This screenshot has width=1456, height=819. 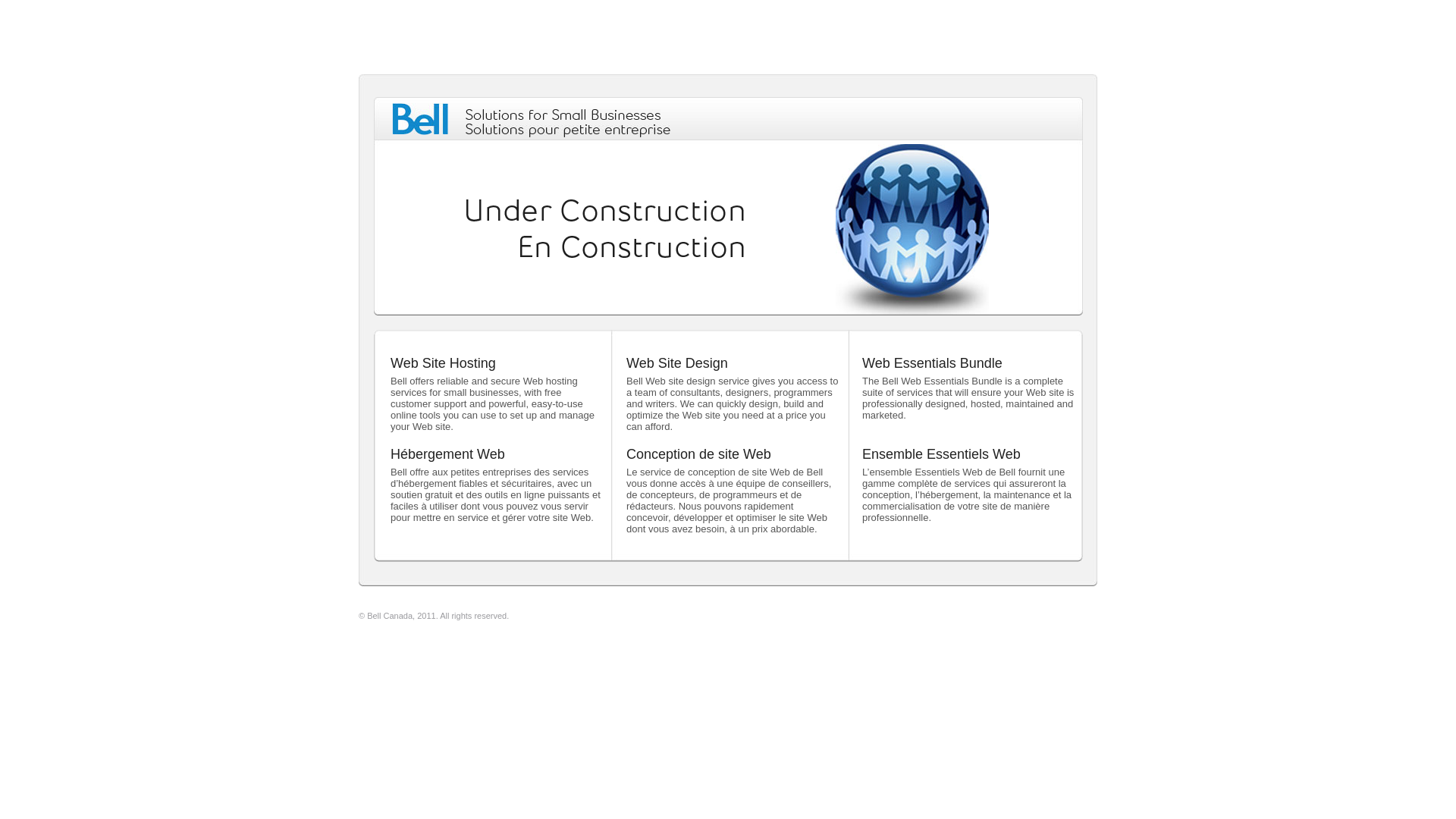 I want to click on 'Solutions for Small Businesses', so click(x=562, y=113).